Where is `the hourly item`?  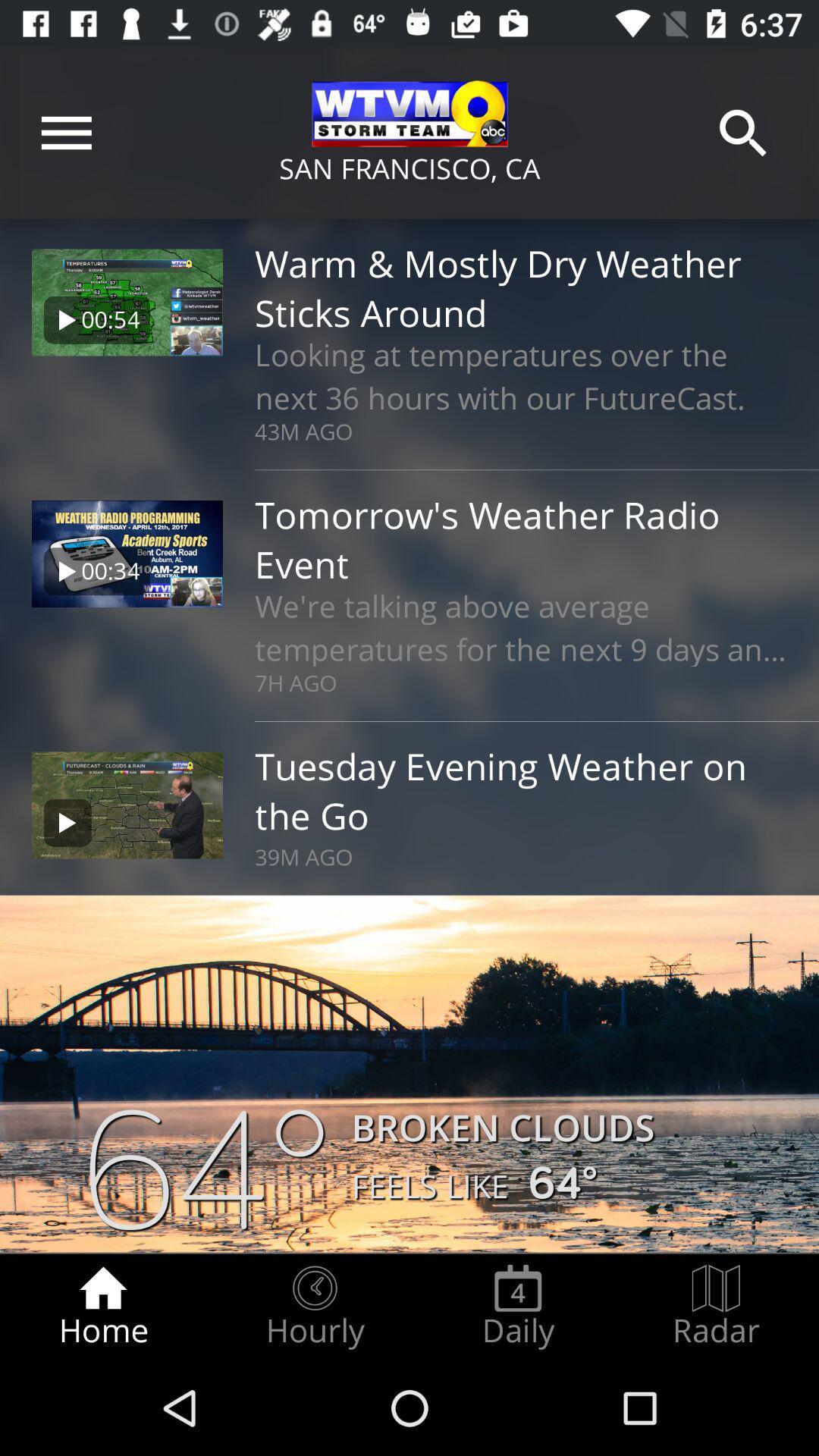
the hourly item is located at coordinates (314, 1306).